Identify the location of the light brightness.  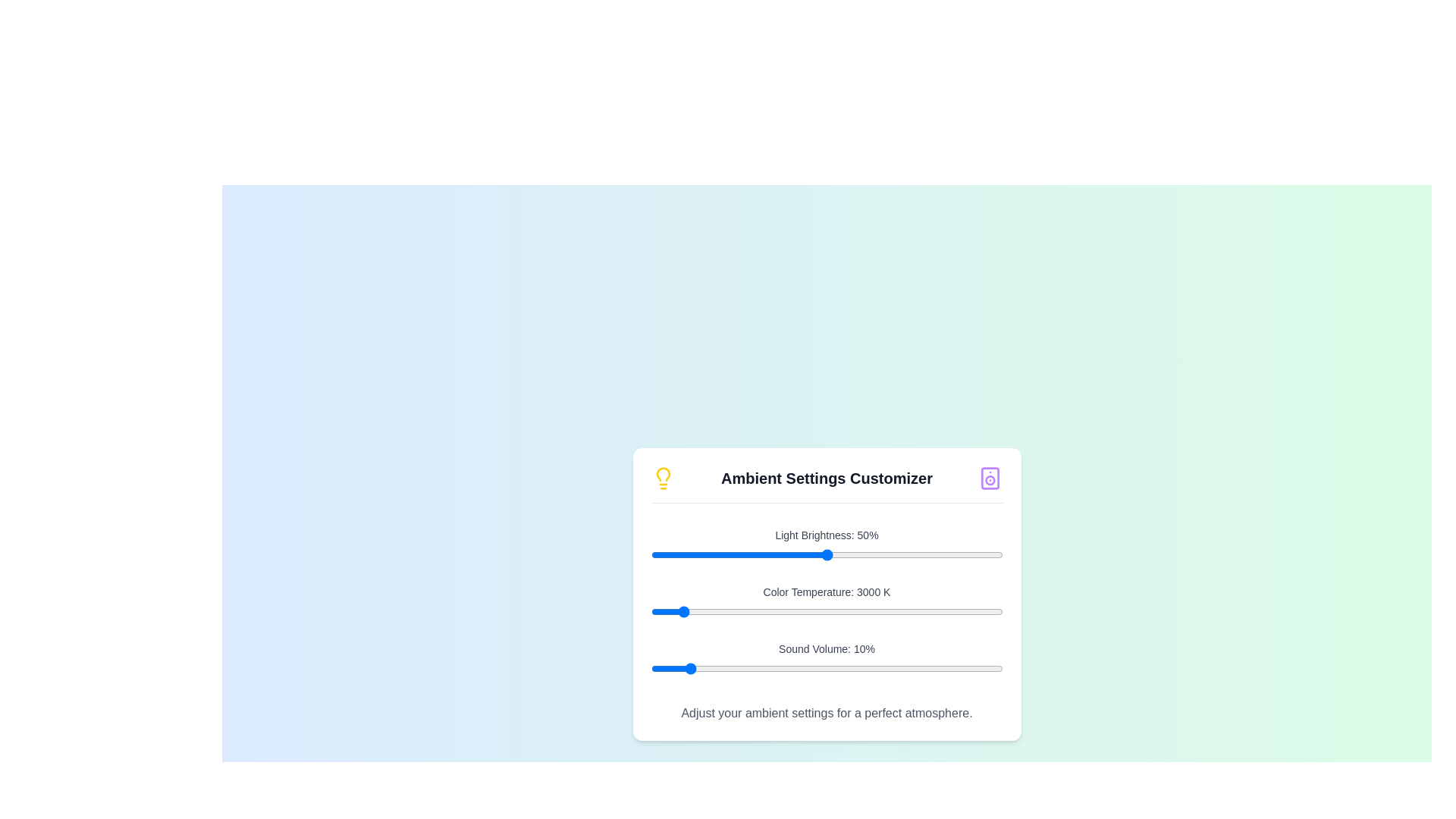
(981, 555).